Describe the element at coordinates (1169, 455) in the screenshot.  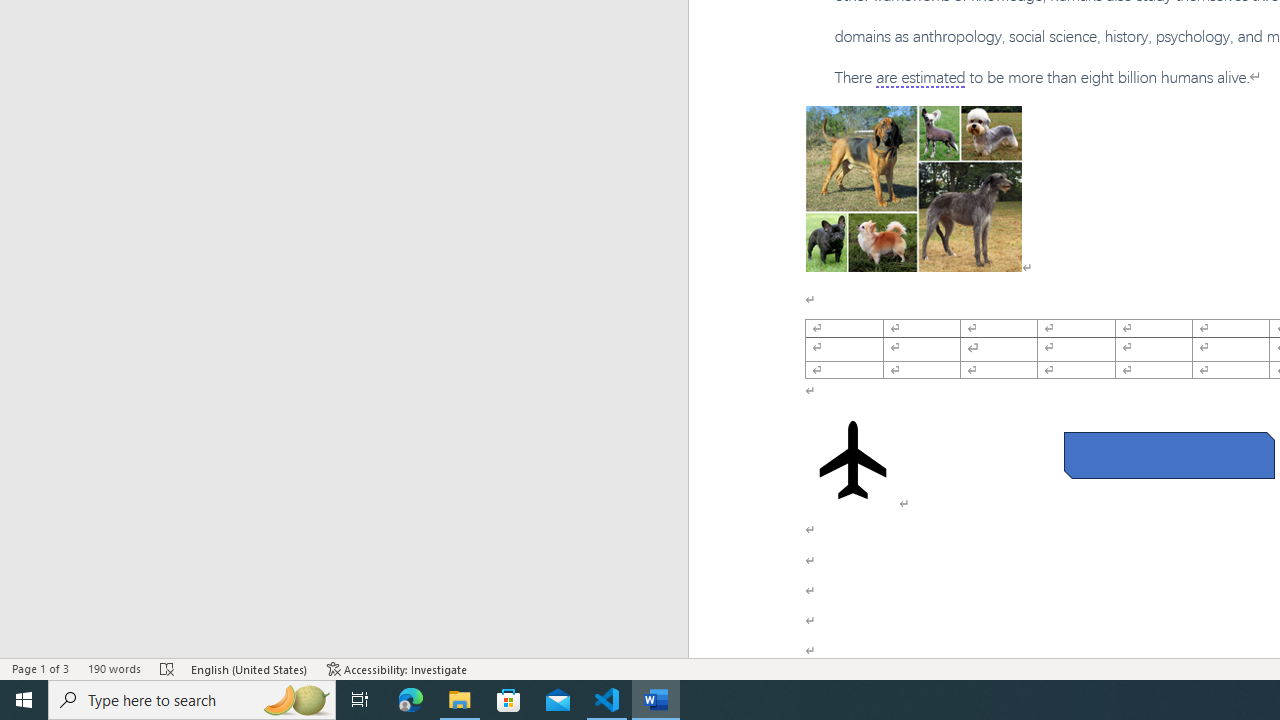
I see `'Rectangle: Diagonal Corners Snipped 2'` at that location.